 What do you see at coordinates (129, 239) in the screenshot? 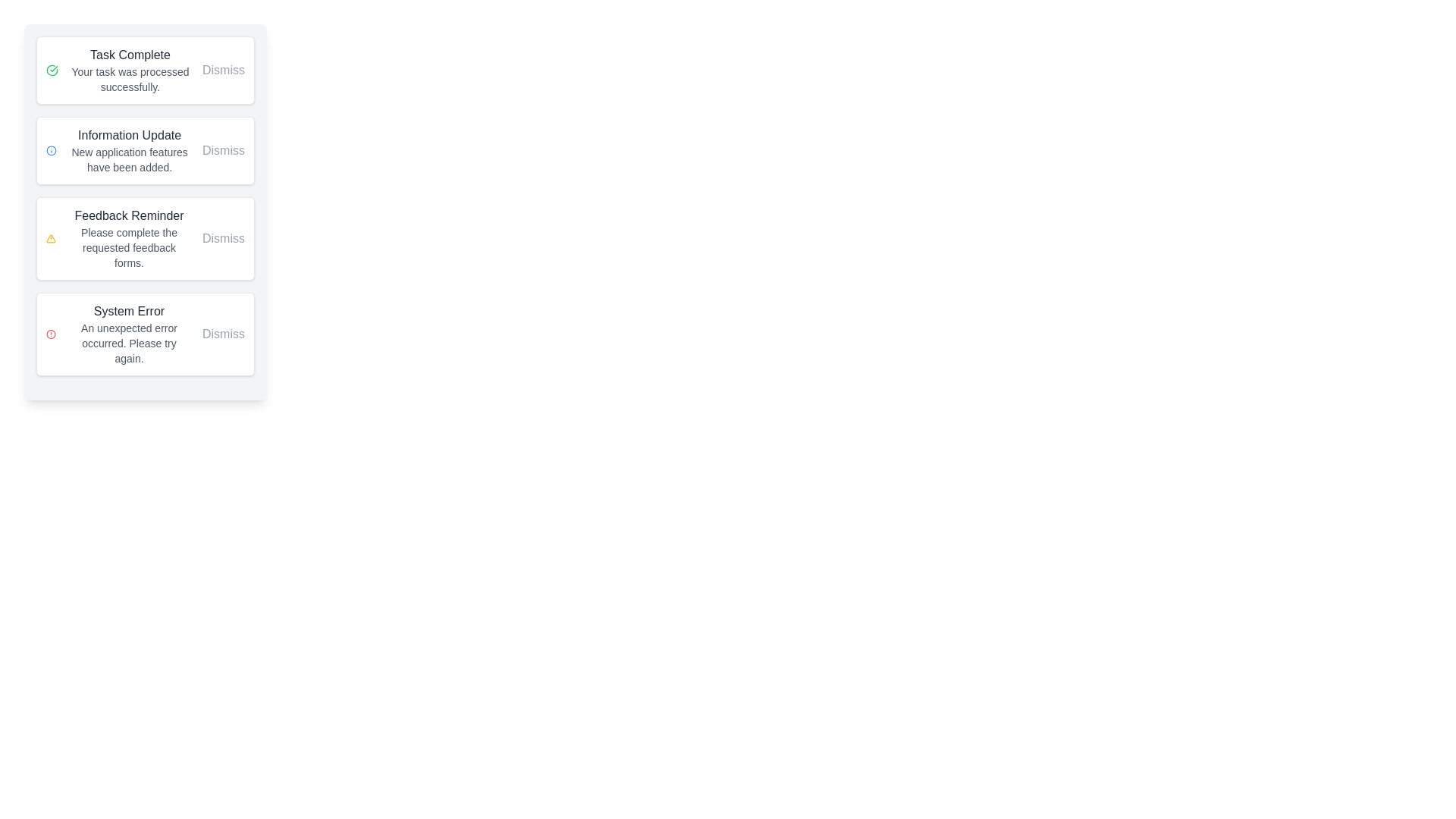
I see `the Text Label that serves as a notification for completing requested feedback forms, located in the third row of the notification list, positioned between a yellow warning icon and a 'Dismiss' button` at bounding box center [129, 239].